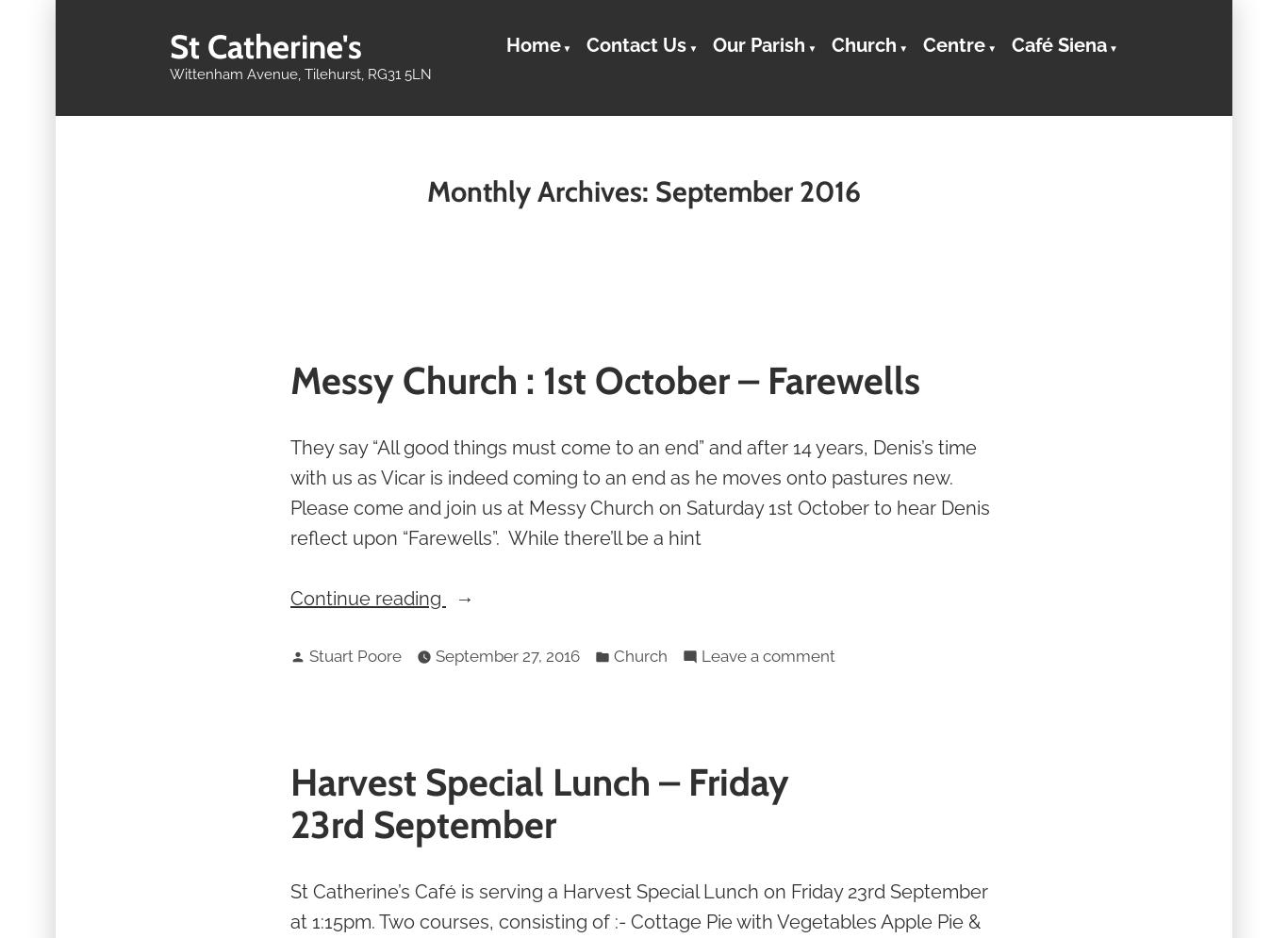  What do you see at coordinates (655, 190) in the screenshot?
I see `'September 2016'` at bounding box center [655, 190].